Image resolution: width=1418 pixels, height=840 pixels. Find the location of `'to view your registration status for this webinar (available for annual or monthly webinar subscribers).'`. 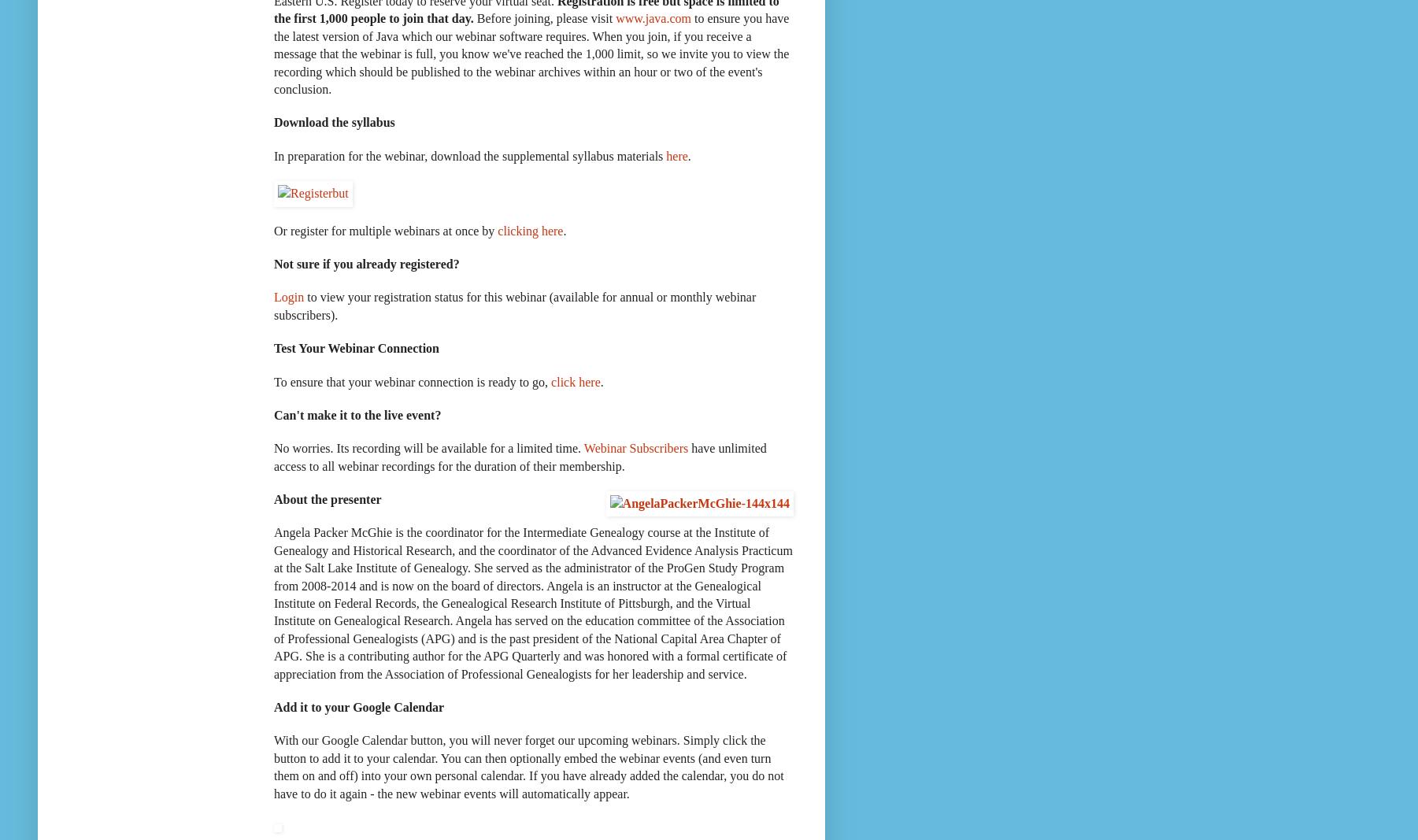

'to view your registration status for this webinar (available for annual or monthly webinar subscribers).' is located at coordinates (513, 305).